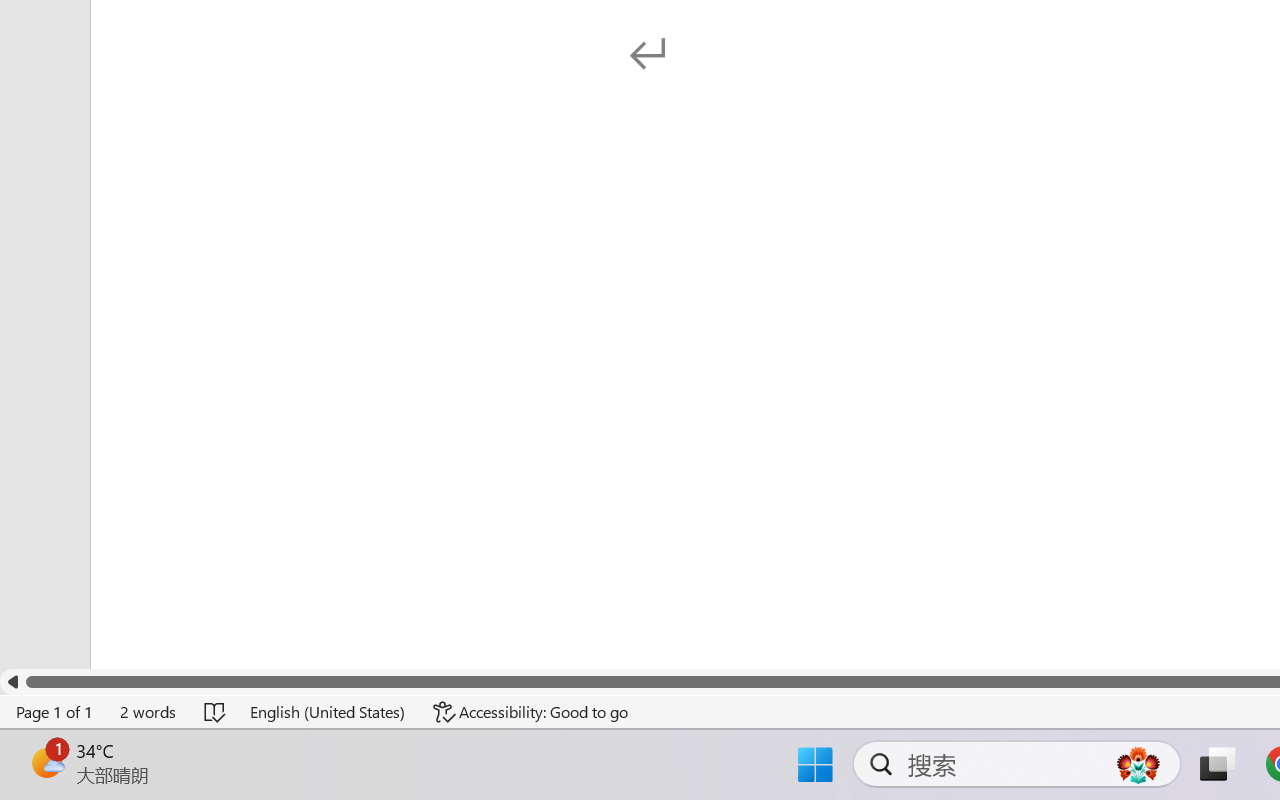 The width and height of the screenshot is (1280, 800). I want to click on 'Column left', so click(12, 682).